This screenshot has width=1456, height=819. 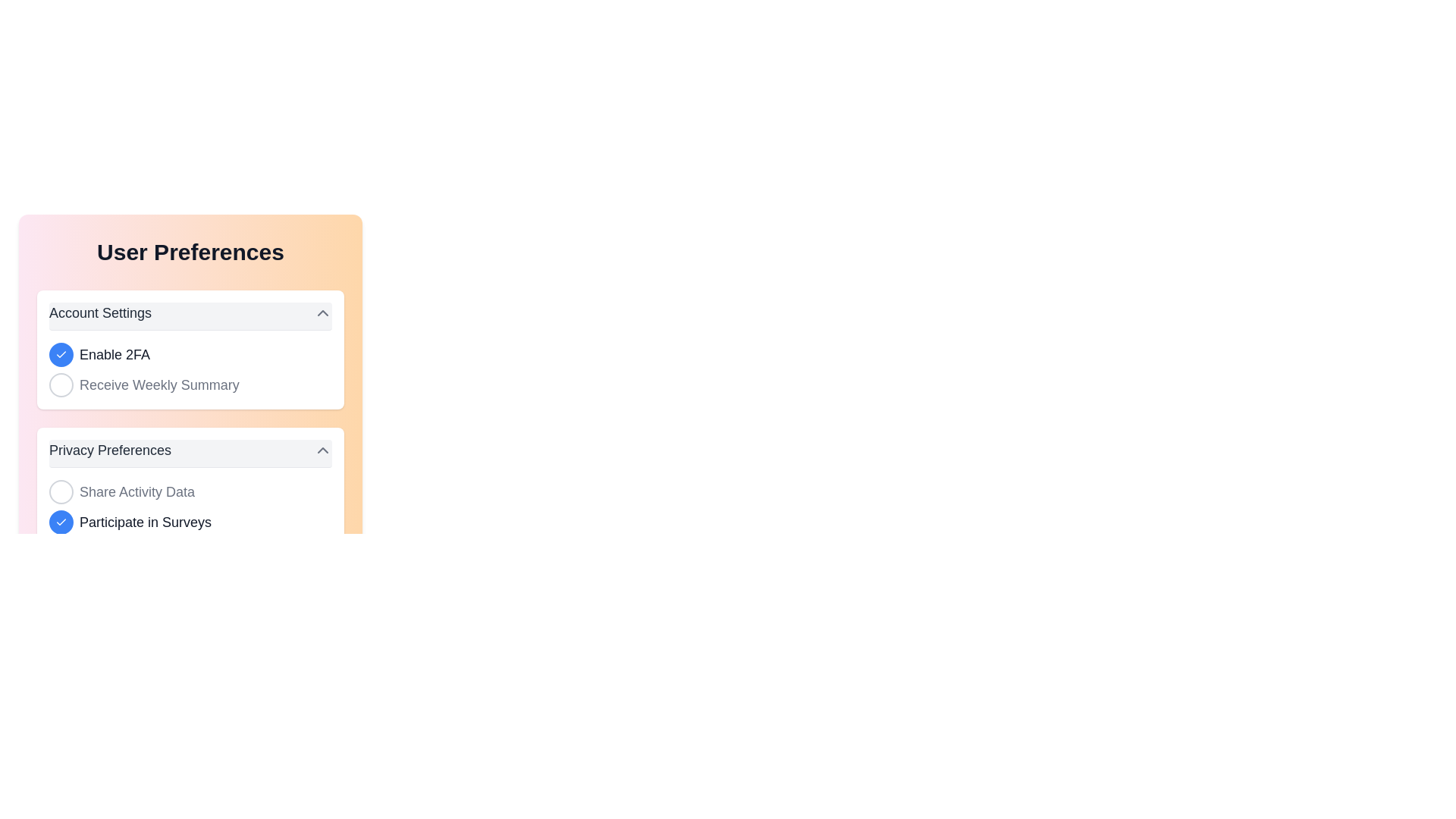 I want to click on the indicator or button-like UI component, so click(x=61, y=354).